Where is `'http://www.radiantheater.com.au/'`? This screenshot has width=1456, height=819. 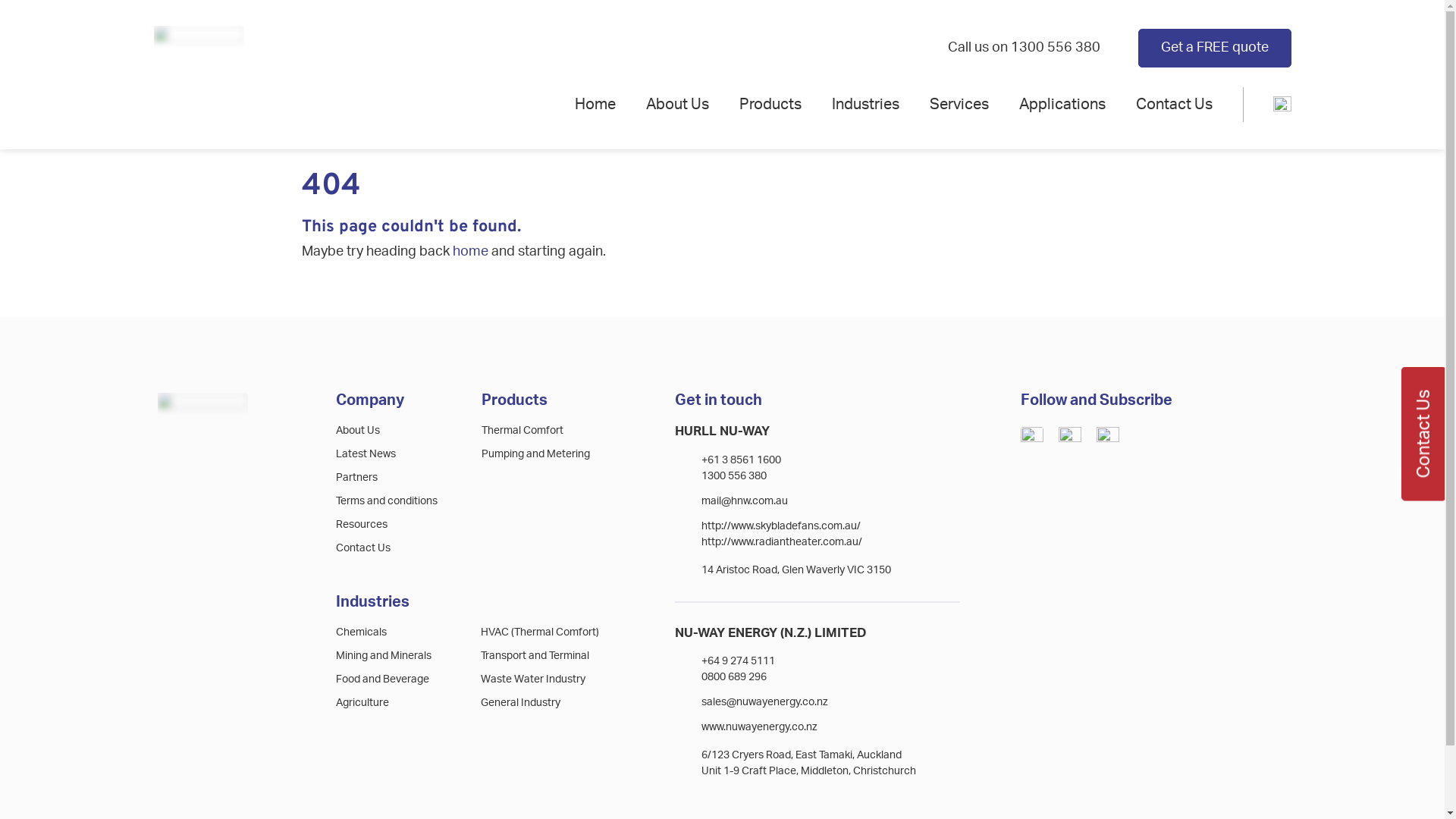 'http://www.radiantheater.com.au/' is located at coordinates (782, 541).